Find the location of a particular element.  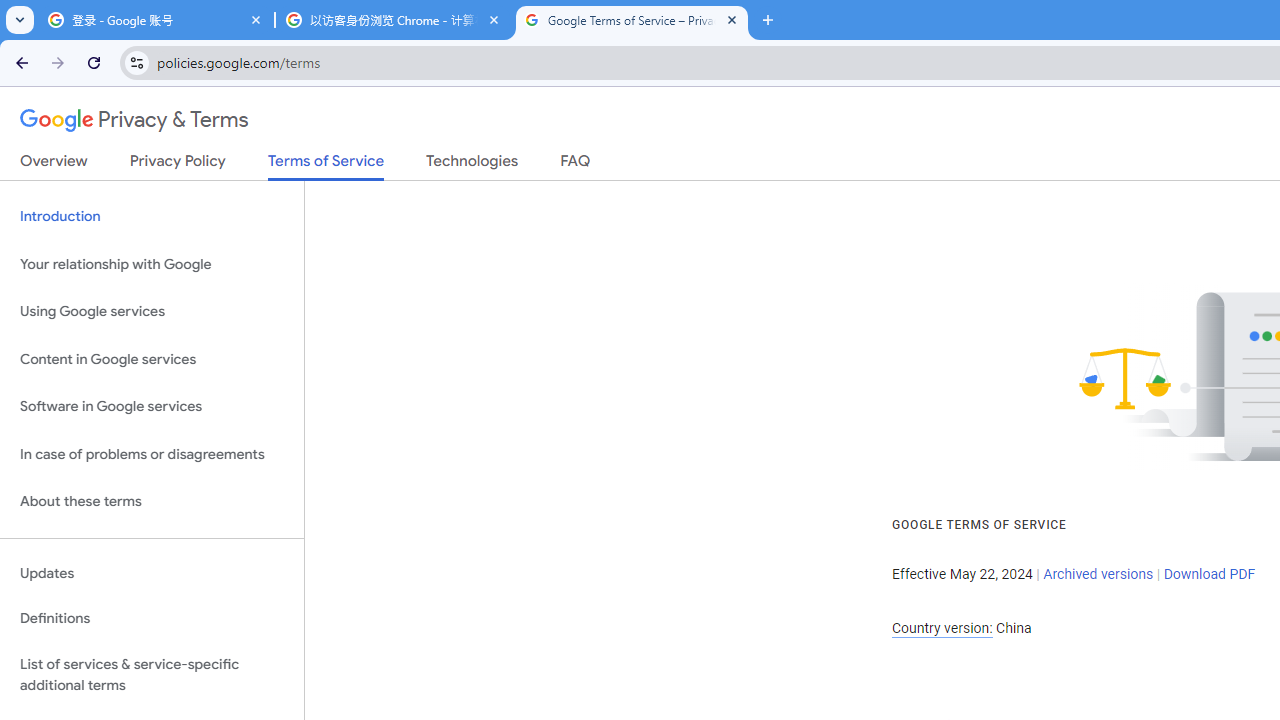

'Using Google services' is located at coordinates (151, 312).